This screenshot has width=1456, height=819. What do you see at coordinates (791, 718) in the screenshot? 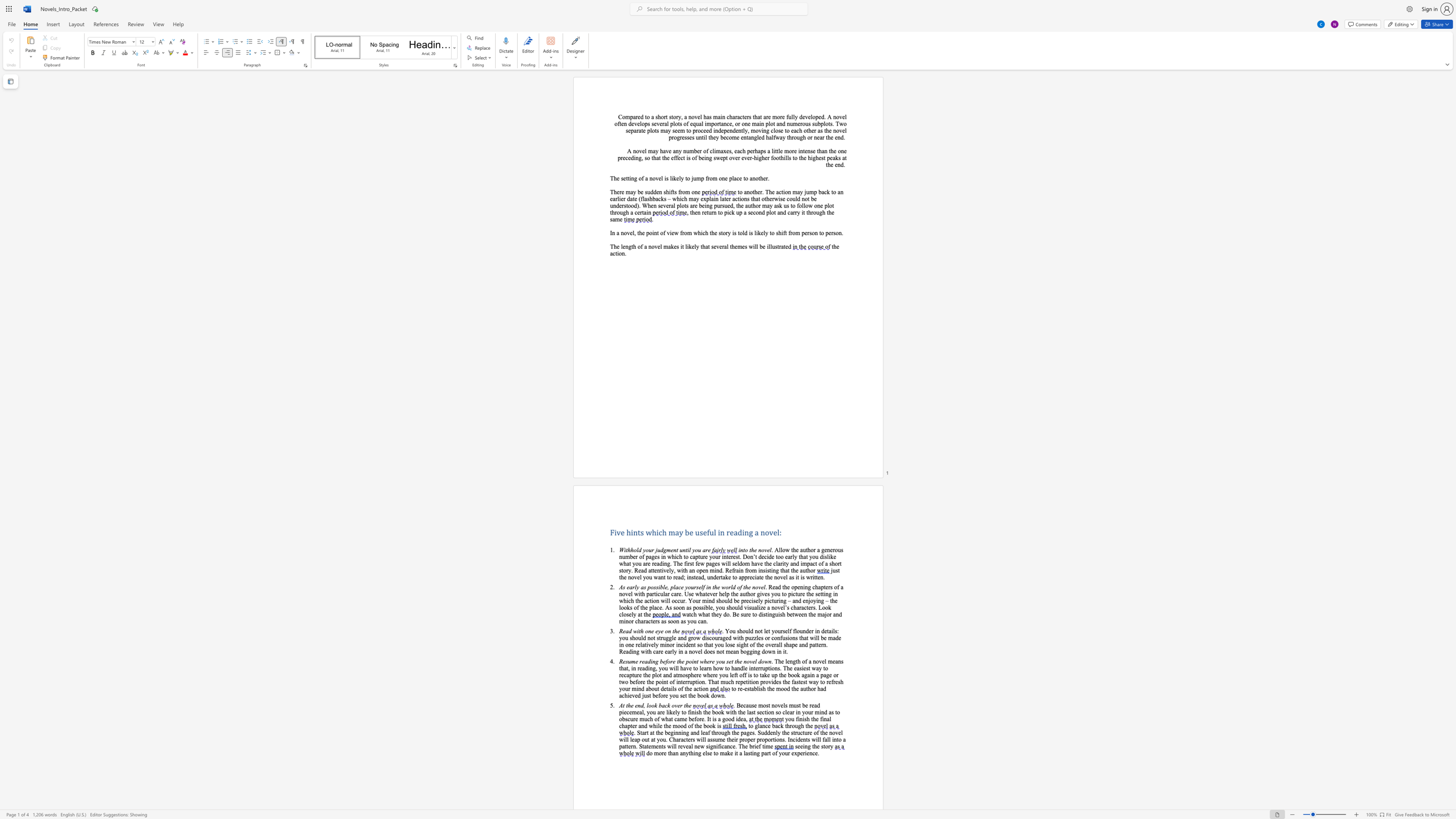
I see `the subset text "u fini" within the text "you finish the"` at bounding box center [791, 718].